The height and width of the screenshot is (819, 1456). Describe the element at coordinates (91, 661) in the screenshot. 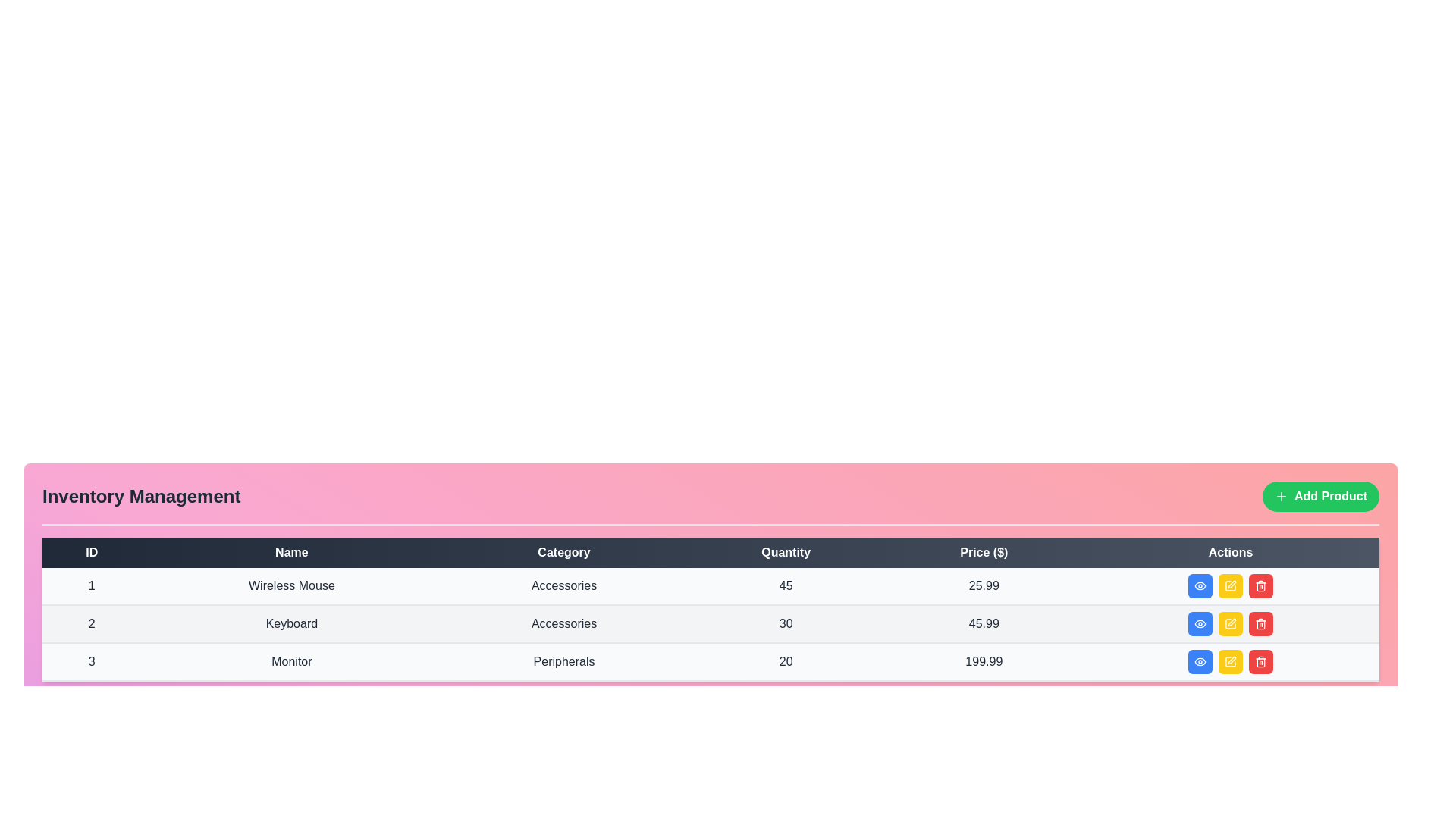

I see `text content of the label displaying the number '3' located in the third row and first column of the table` at that location.